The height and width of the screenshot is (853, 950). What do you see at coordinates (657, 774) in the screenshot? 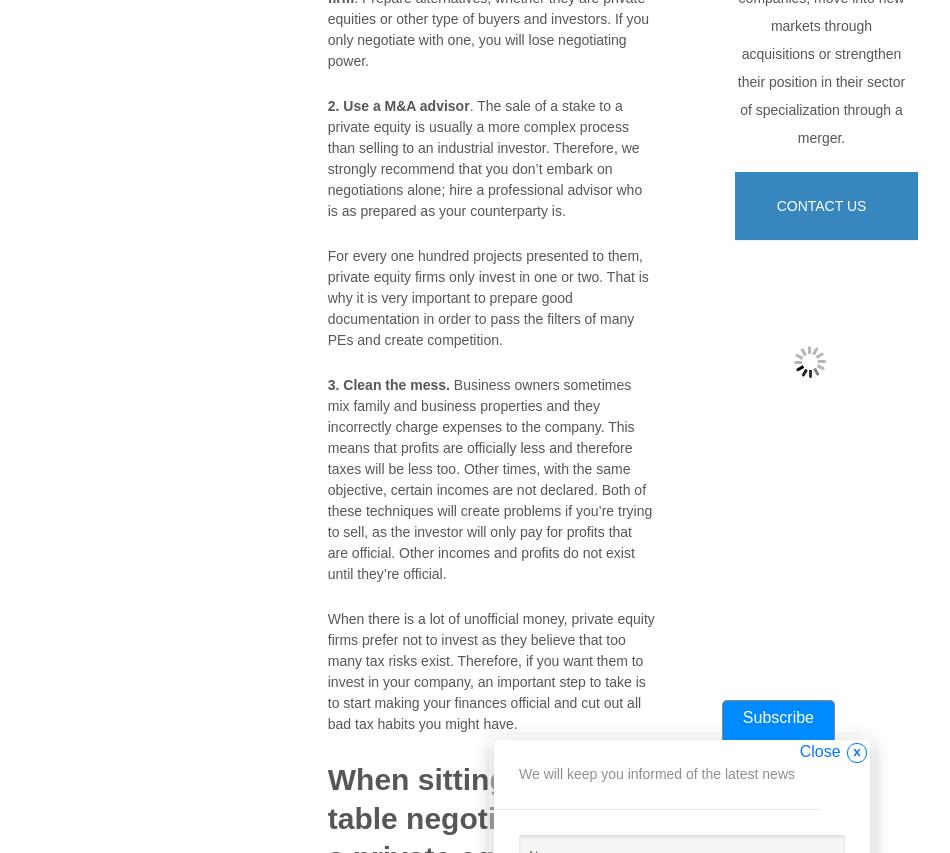
I see `'We will keep you informed of the latest news'` at bounding box center [657, 774].